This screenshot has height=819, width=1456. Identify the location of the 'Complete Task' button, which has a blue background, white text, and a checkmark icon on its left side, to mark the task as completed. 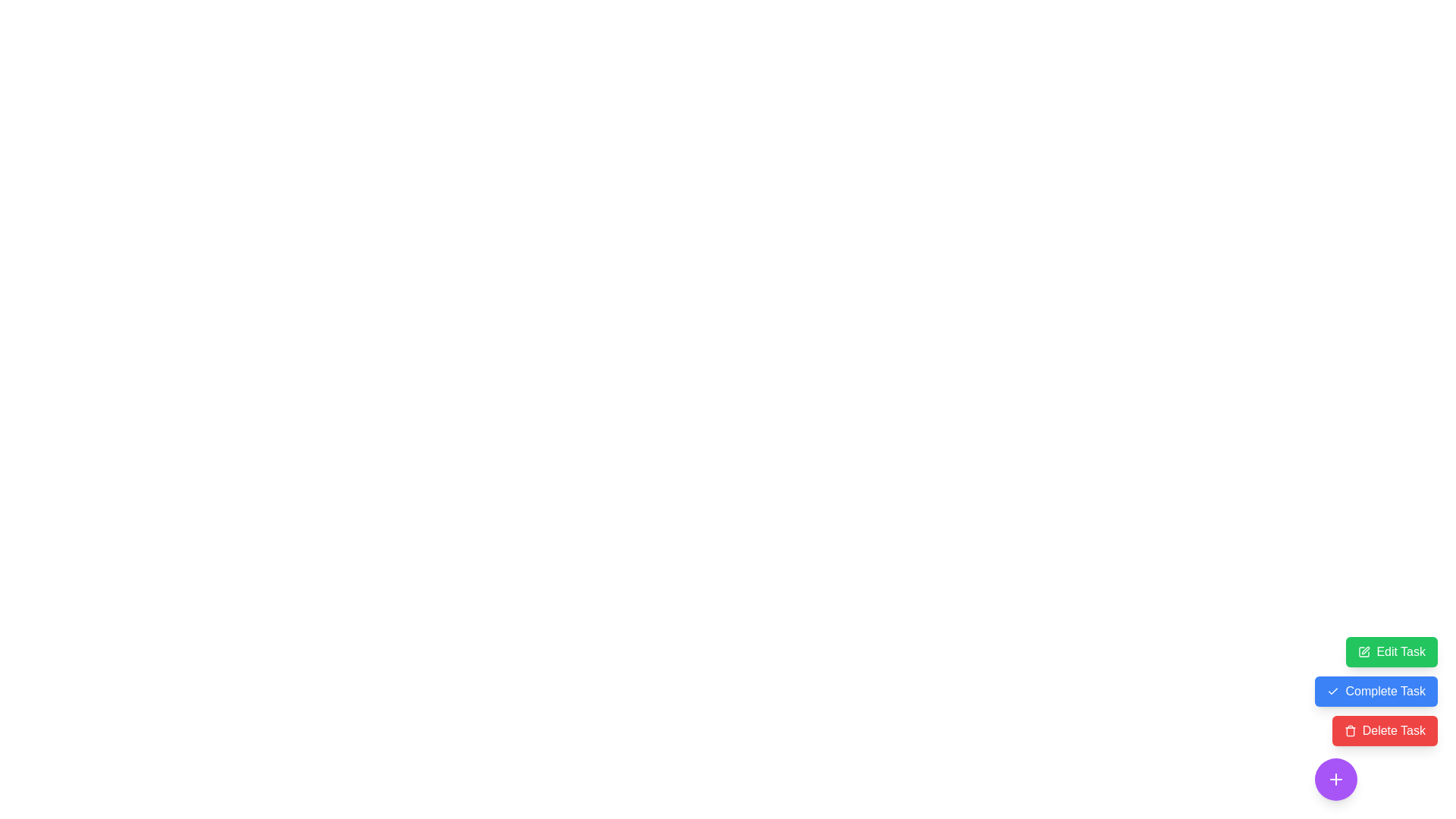
(1376, 691).